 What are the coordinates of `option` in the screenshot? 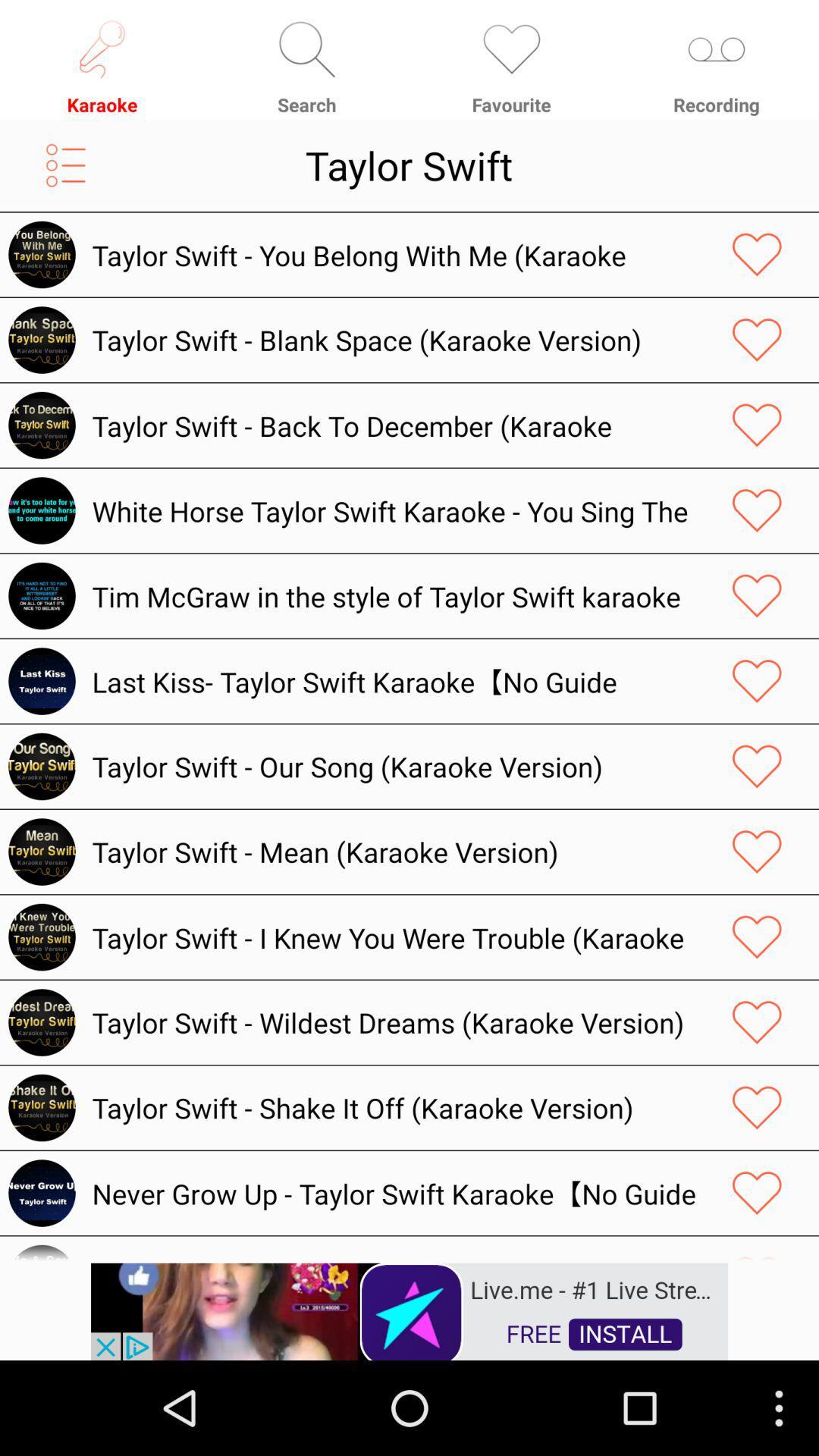 It's located at (757, 852).